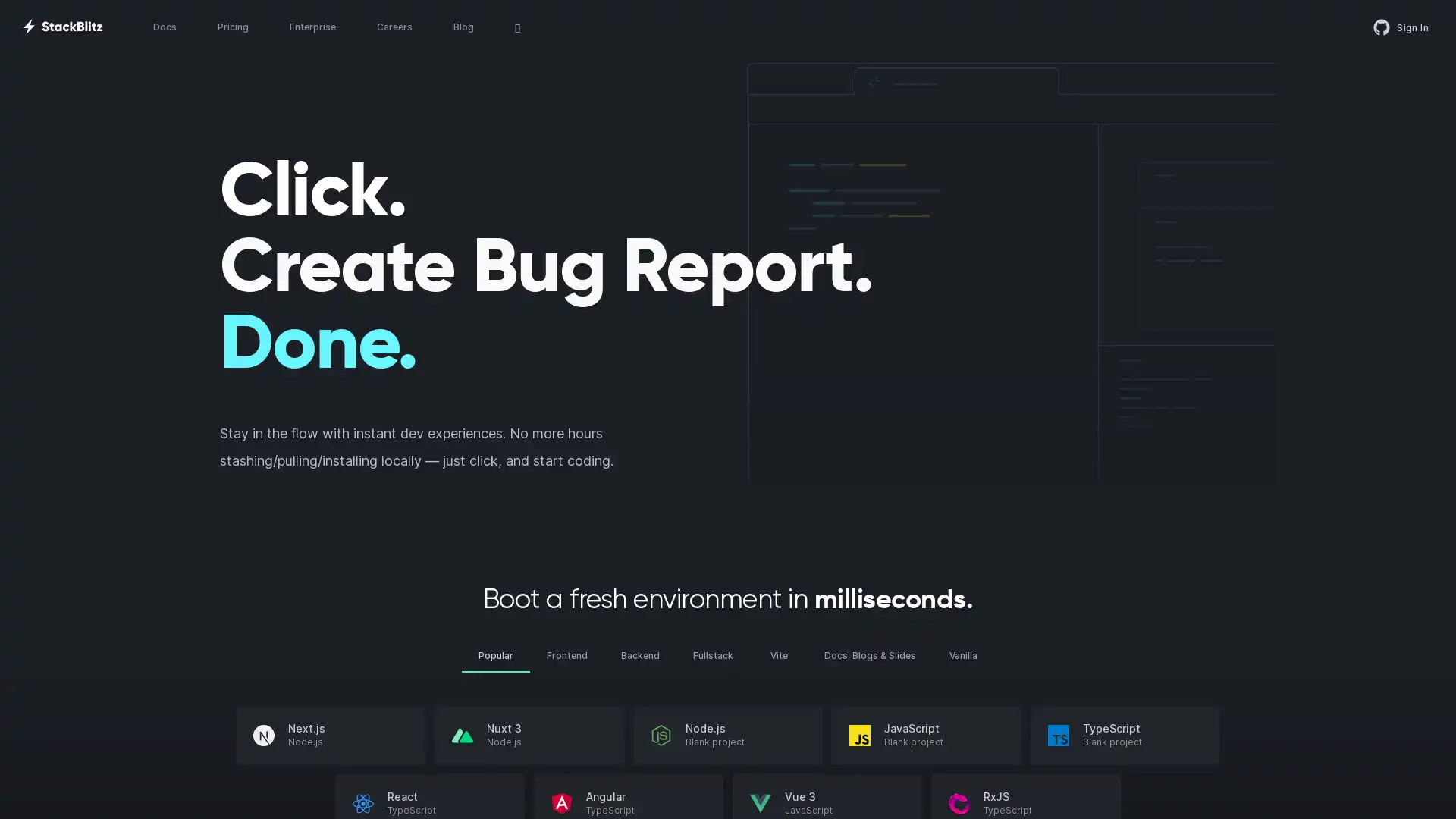 This screenshot has height=819, width=1456. I want to click on Backend, so click(640, 654).